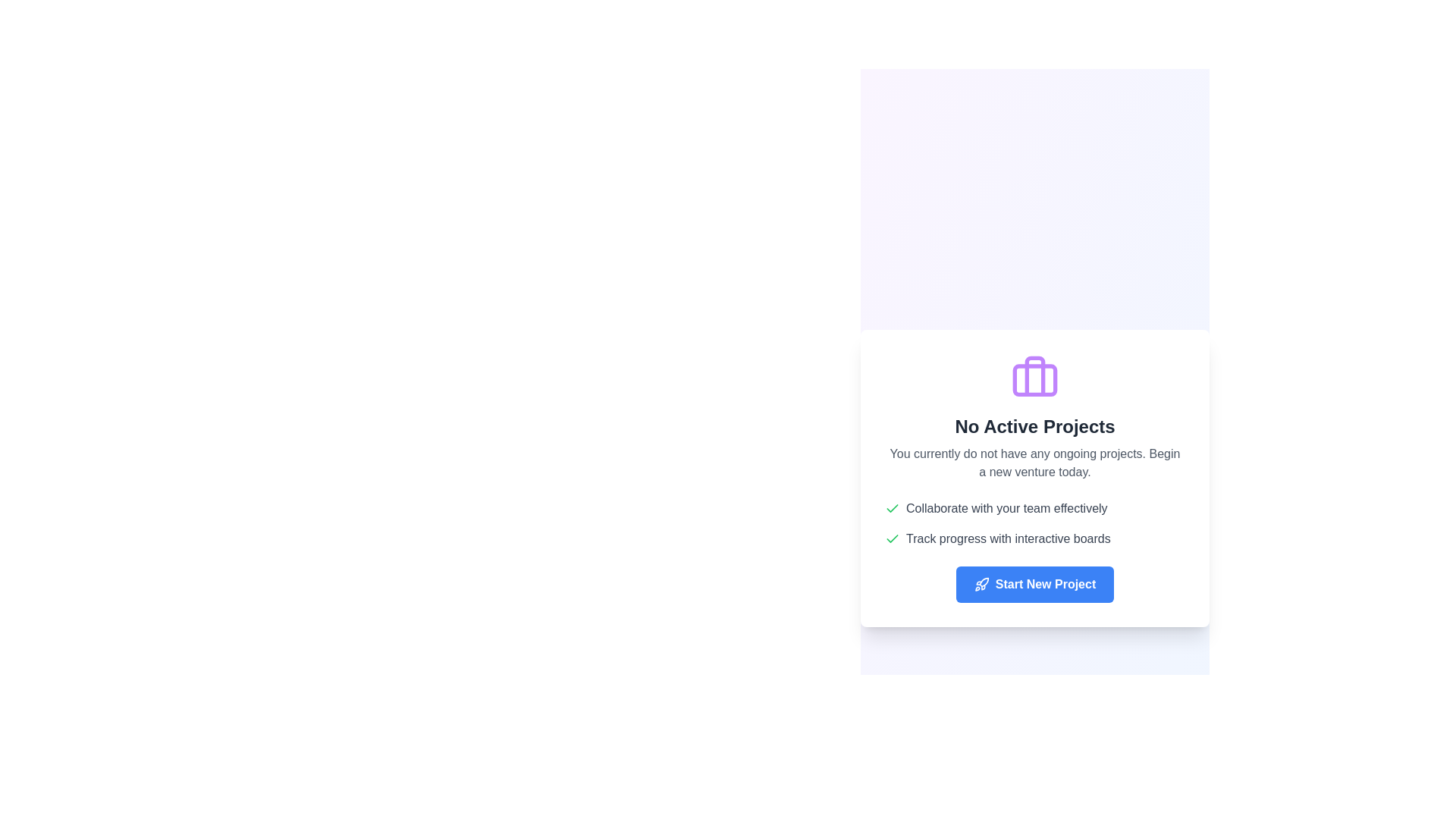 This screenshot has width=1456, height=819. I want to click on the Text with Icon element that suggests collaboration with a team, located above the 'Track progress with interactive boards' text, so click(1034, 509).